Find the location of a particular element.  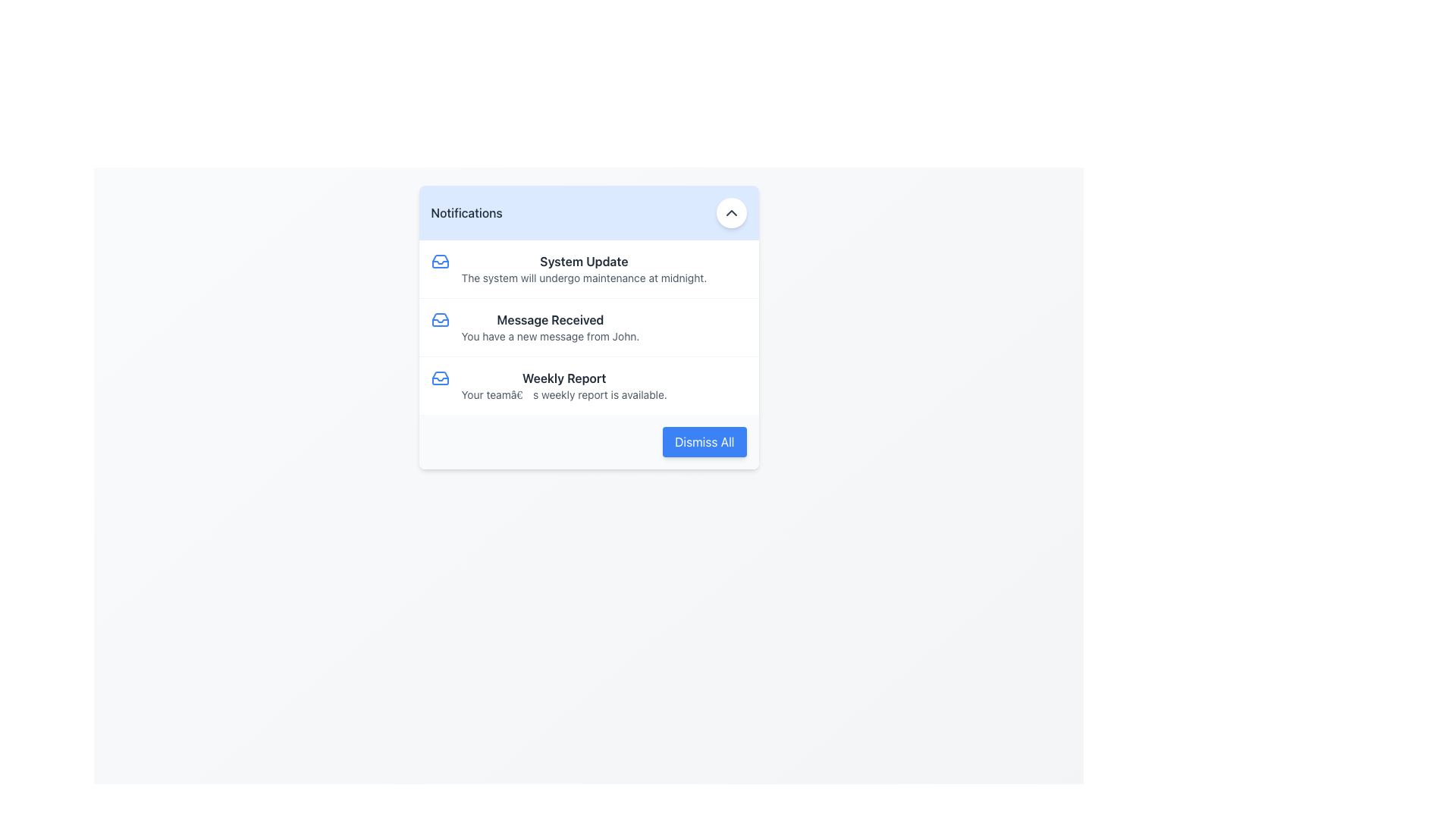

the upward-pointing chevron icon, which is styled with a thin stroke and no fill, located at the center of a circular button in the top-right corner of the 'Notifications' modal header area is located at coordinates (731, 213).